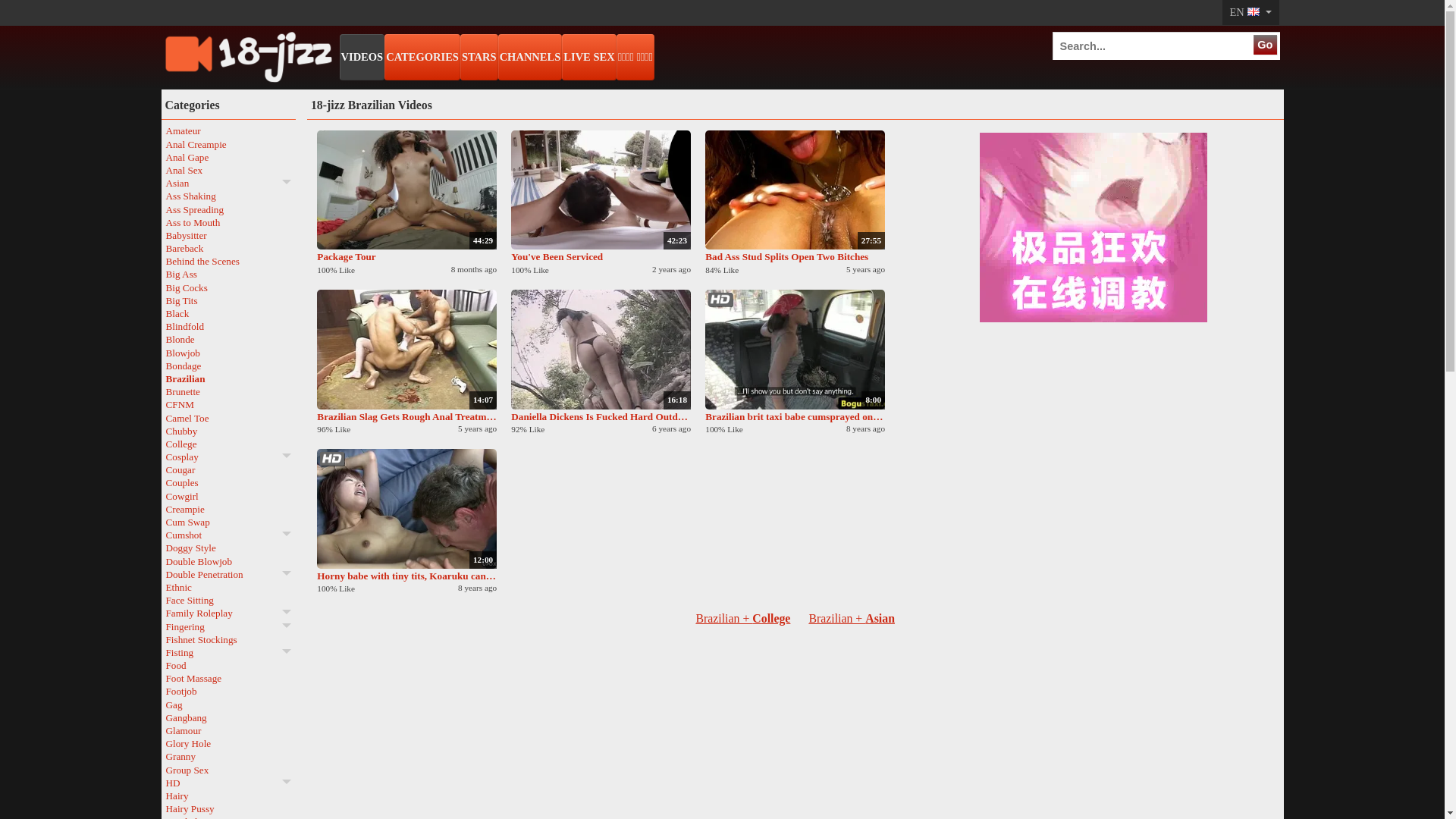  What do you see at coordinates (165, 170) in the screenshot?
I see `'Anal Sex'` at bounding box center [165, 170].